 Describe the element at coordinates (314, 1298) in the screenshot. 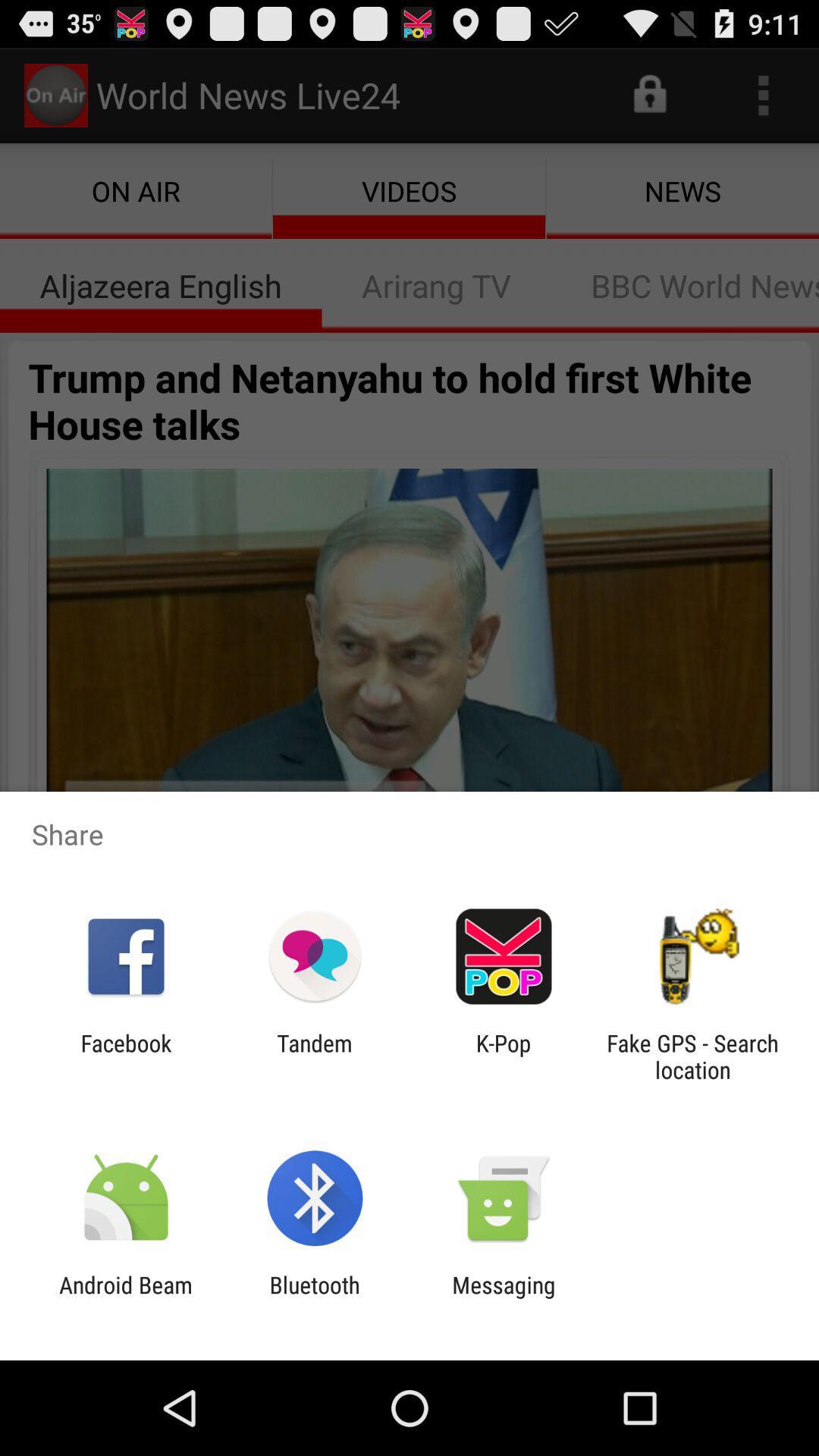

I see `icon to the left of the messaging icon` at that location.